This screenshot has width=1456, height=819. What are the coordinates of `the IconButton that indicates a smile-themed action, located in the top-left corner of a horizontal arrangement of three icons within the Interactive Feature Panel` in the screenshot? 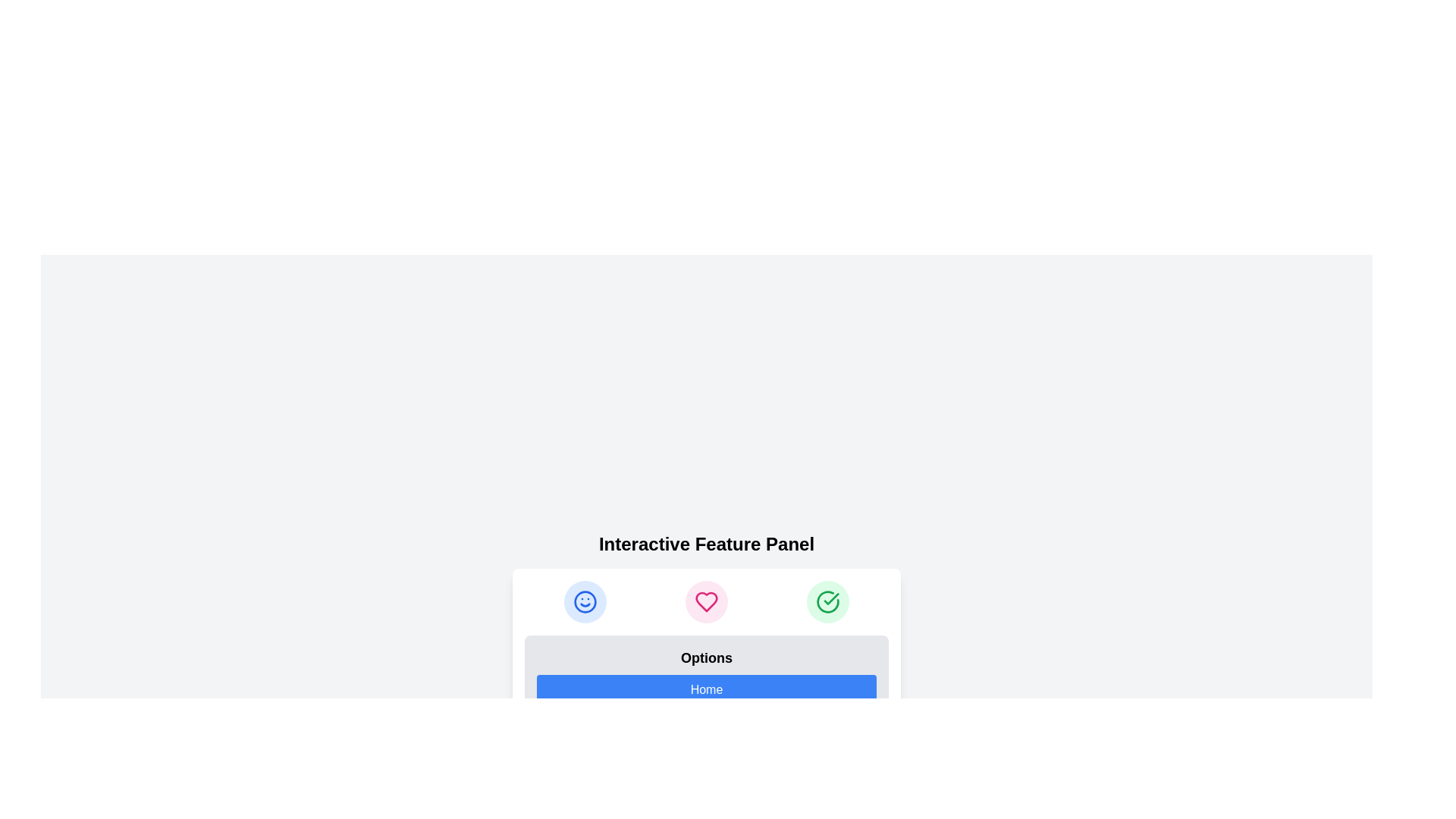 It's located at (585, 601).